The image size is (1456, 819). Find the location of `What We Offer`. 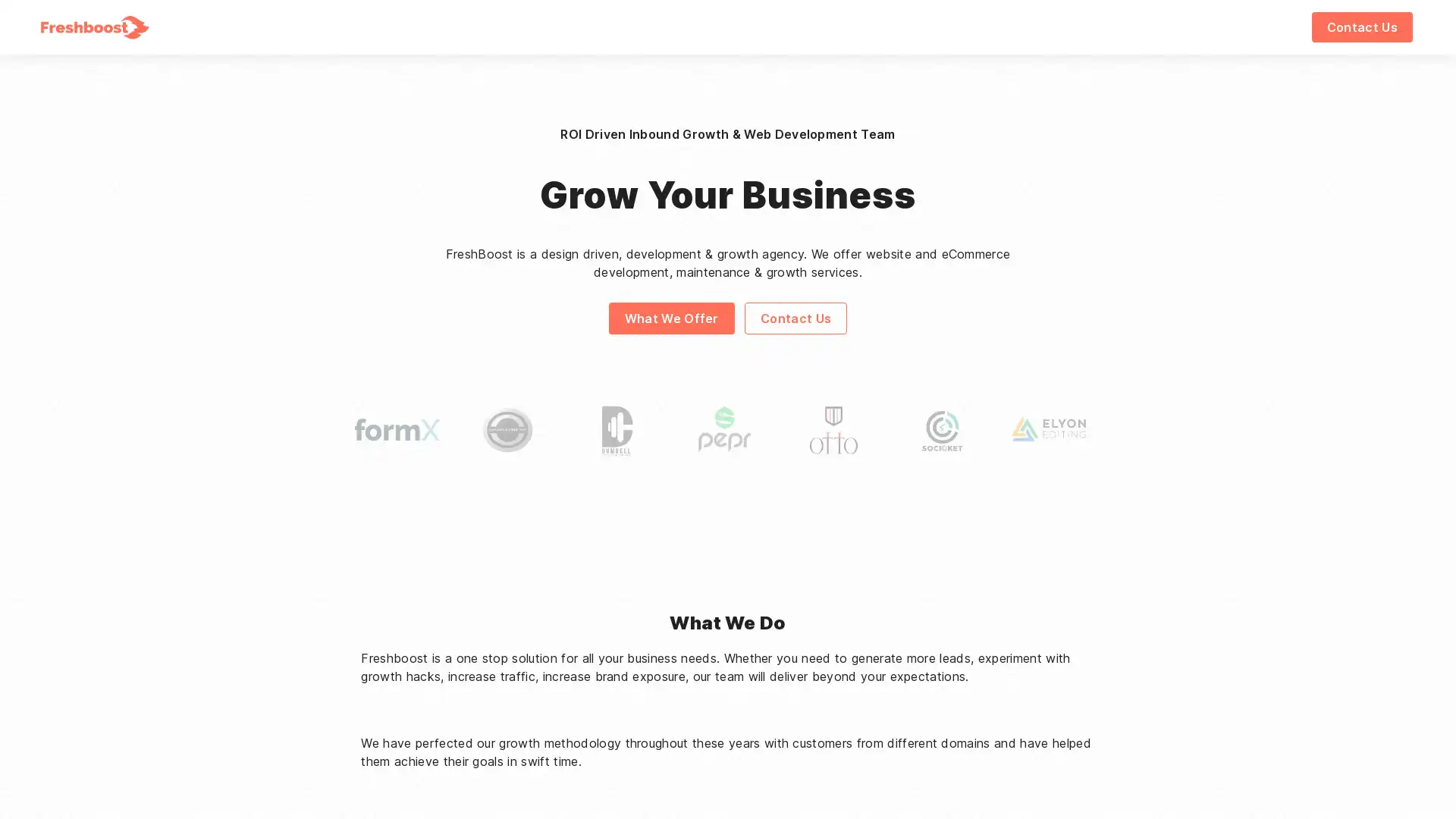

What We Offer is located at coordinates (670, 317).